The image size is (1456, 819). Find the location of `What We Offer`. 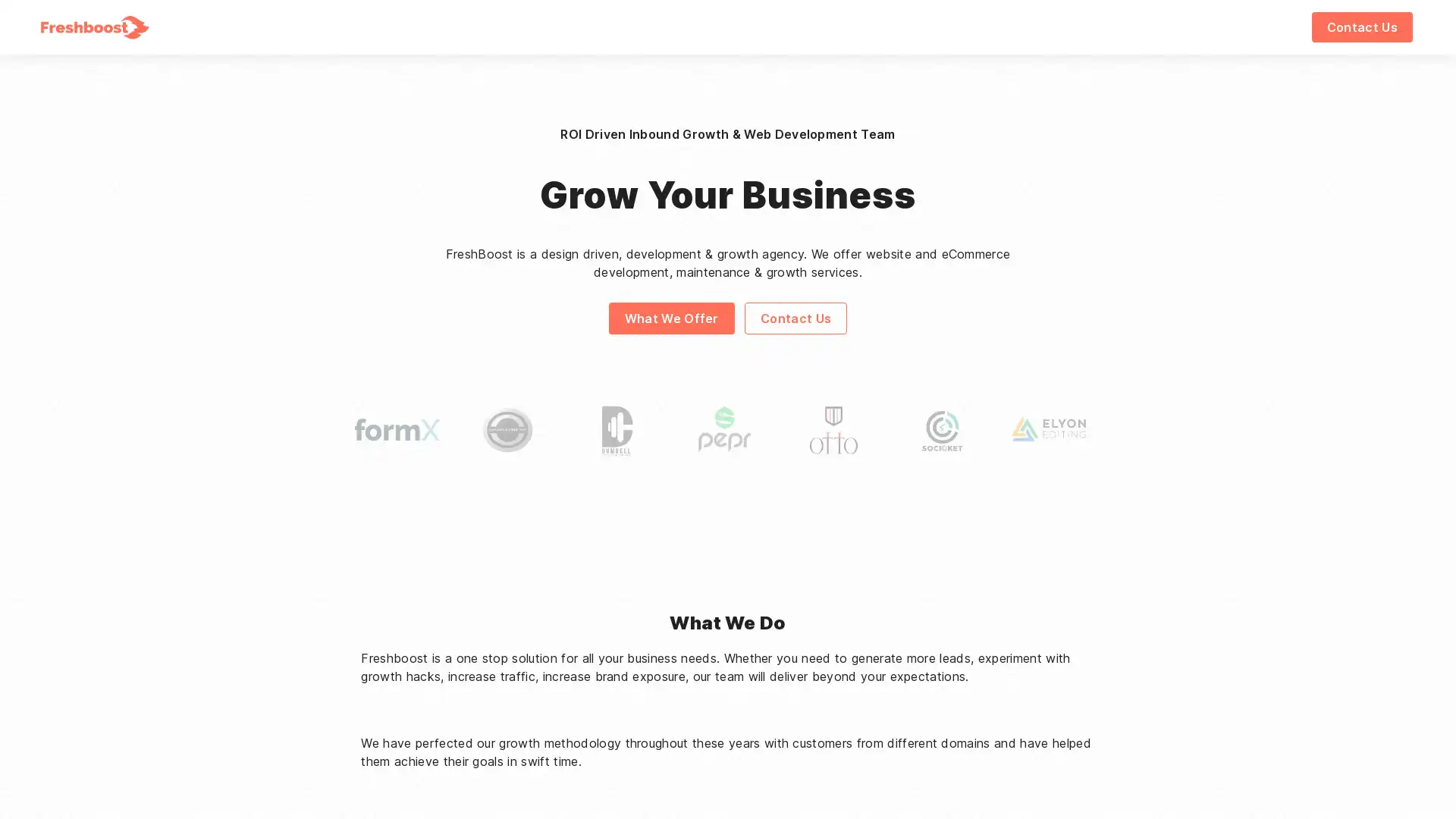

What We Offer is located at coordinates (670, 317).